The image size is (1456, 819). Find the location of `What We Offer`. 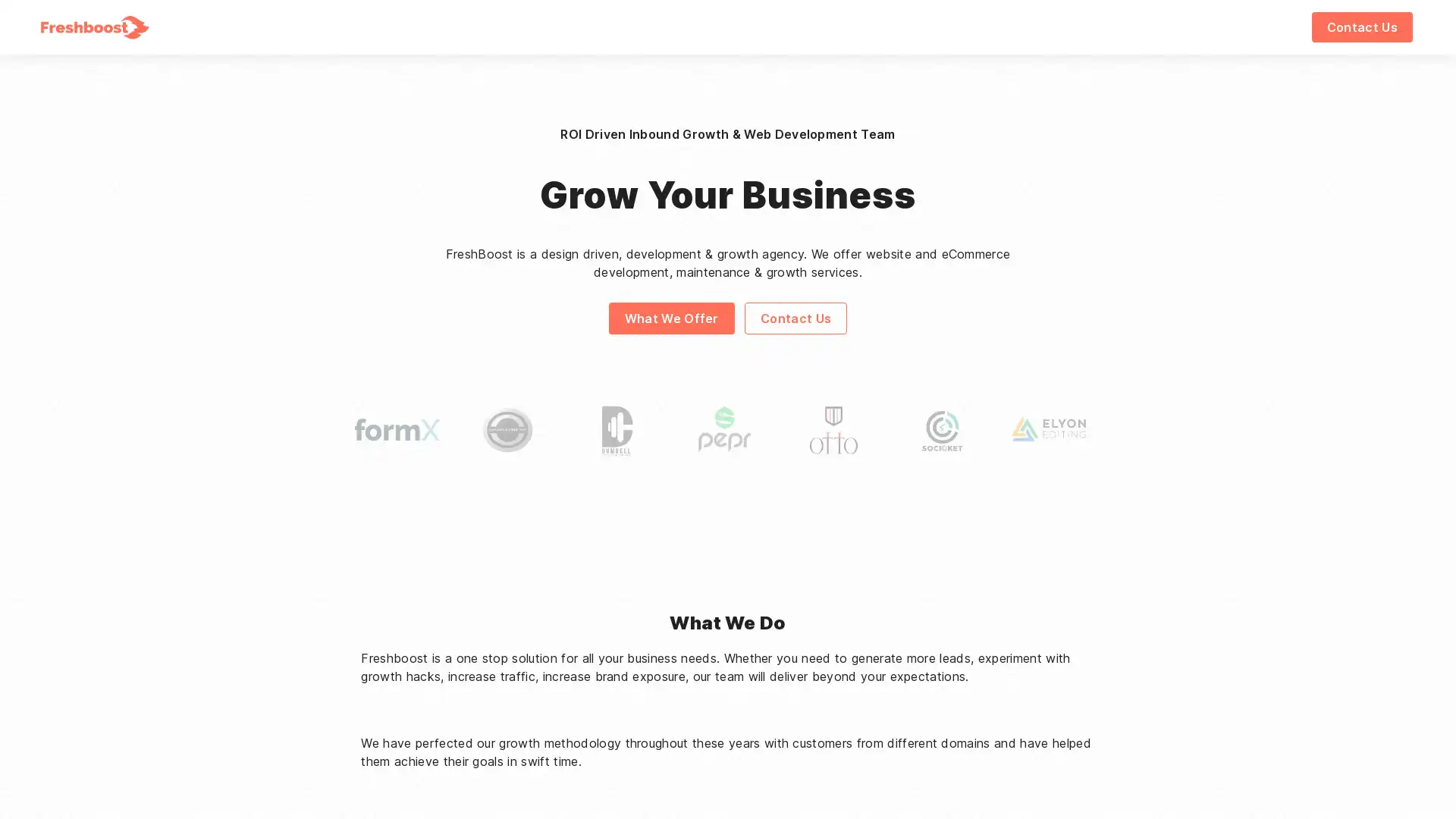

What We Offer is located at coordinates (670, 317).